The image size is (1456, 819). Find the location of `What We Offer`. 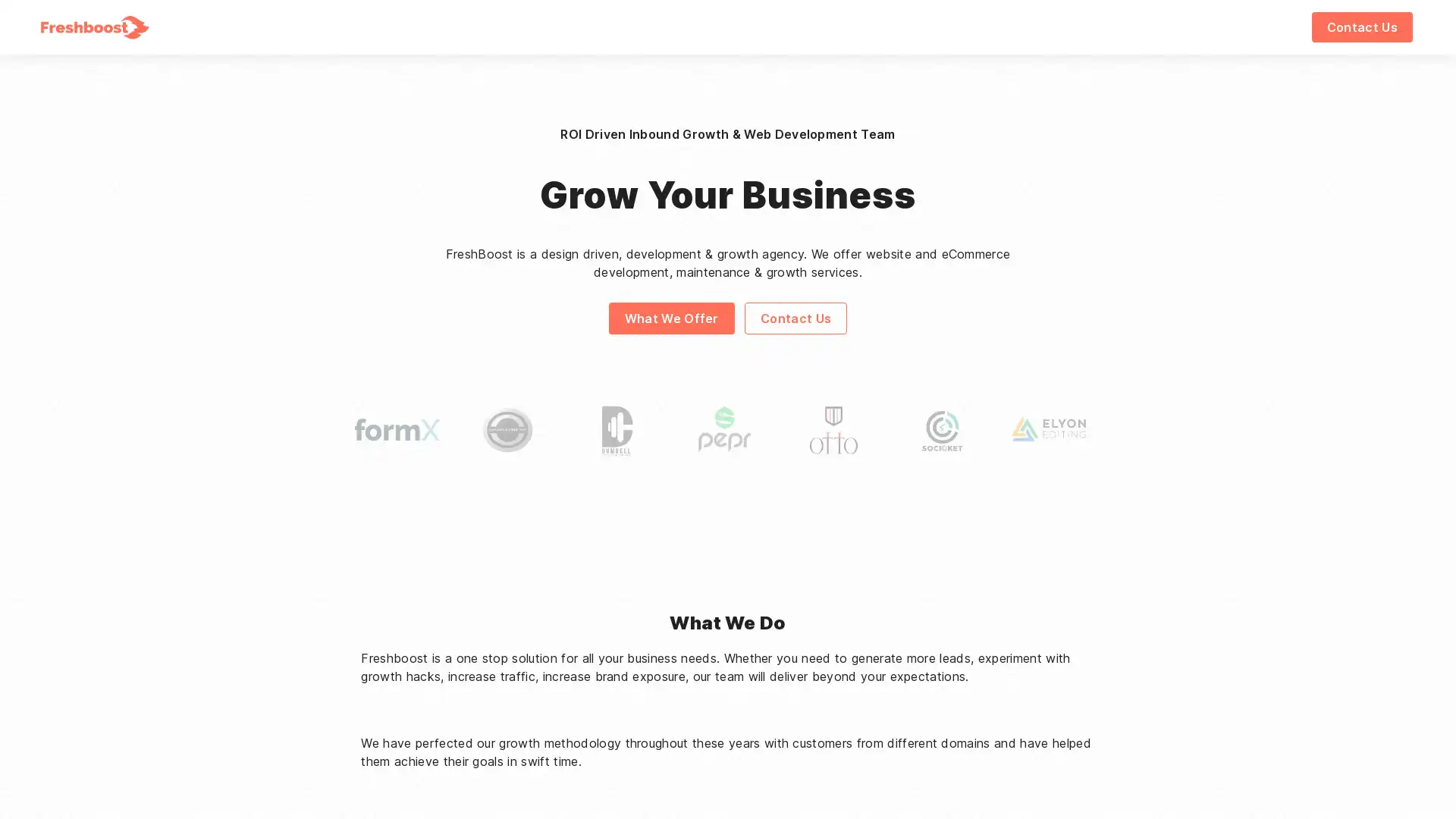

What We Offer is located at coordinates (670, 317).